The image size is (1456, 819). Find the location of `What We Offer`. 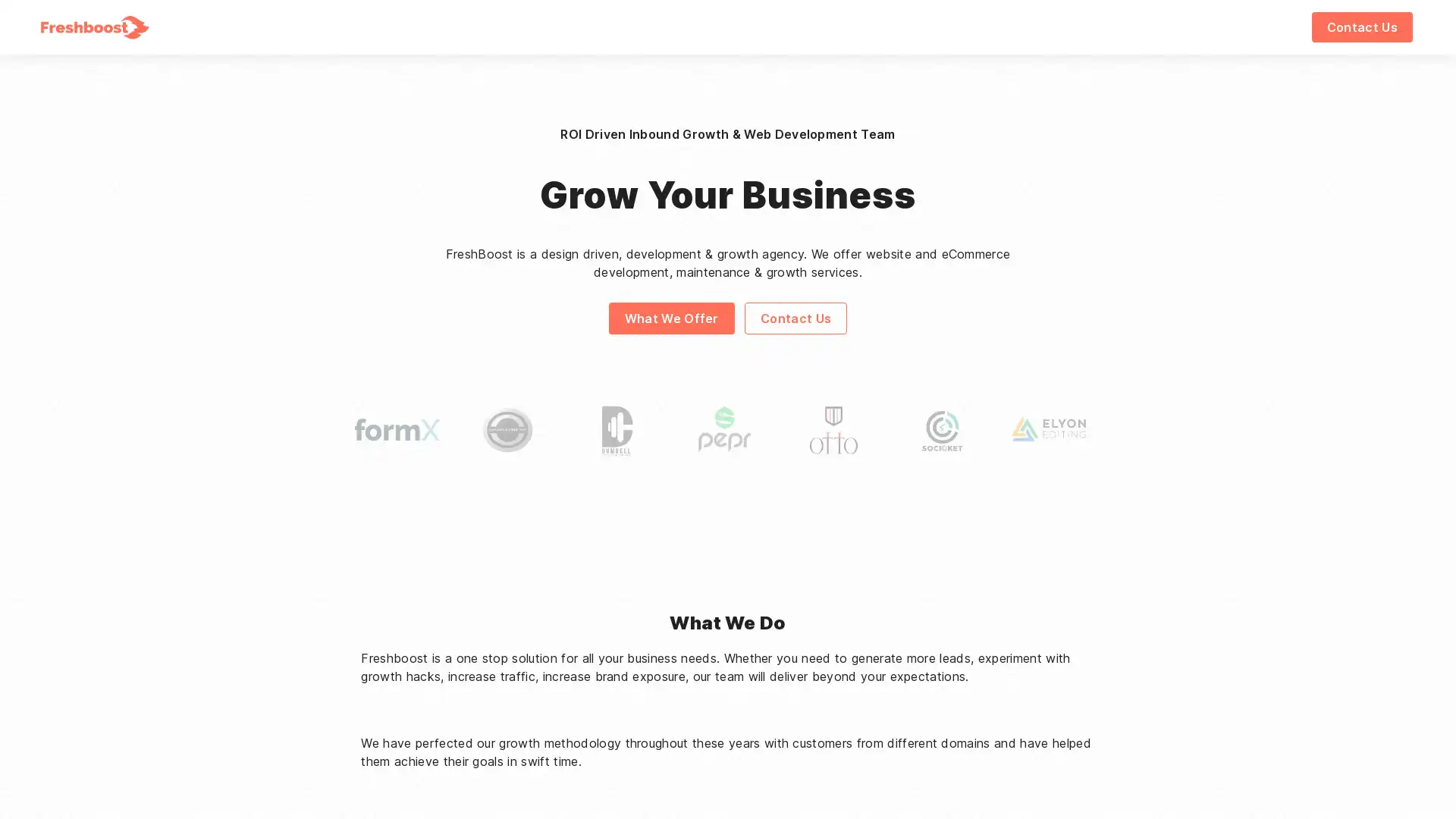

What We Offer is located at coordinates (670, 317).